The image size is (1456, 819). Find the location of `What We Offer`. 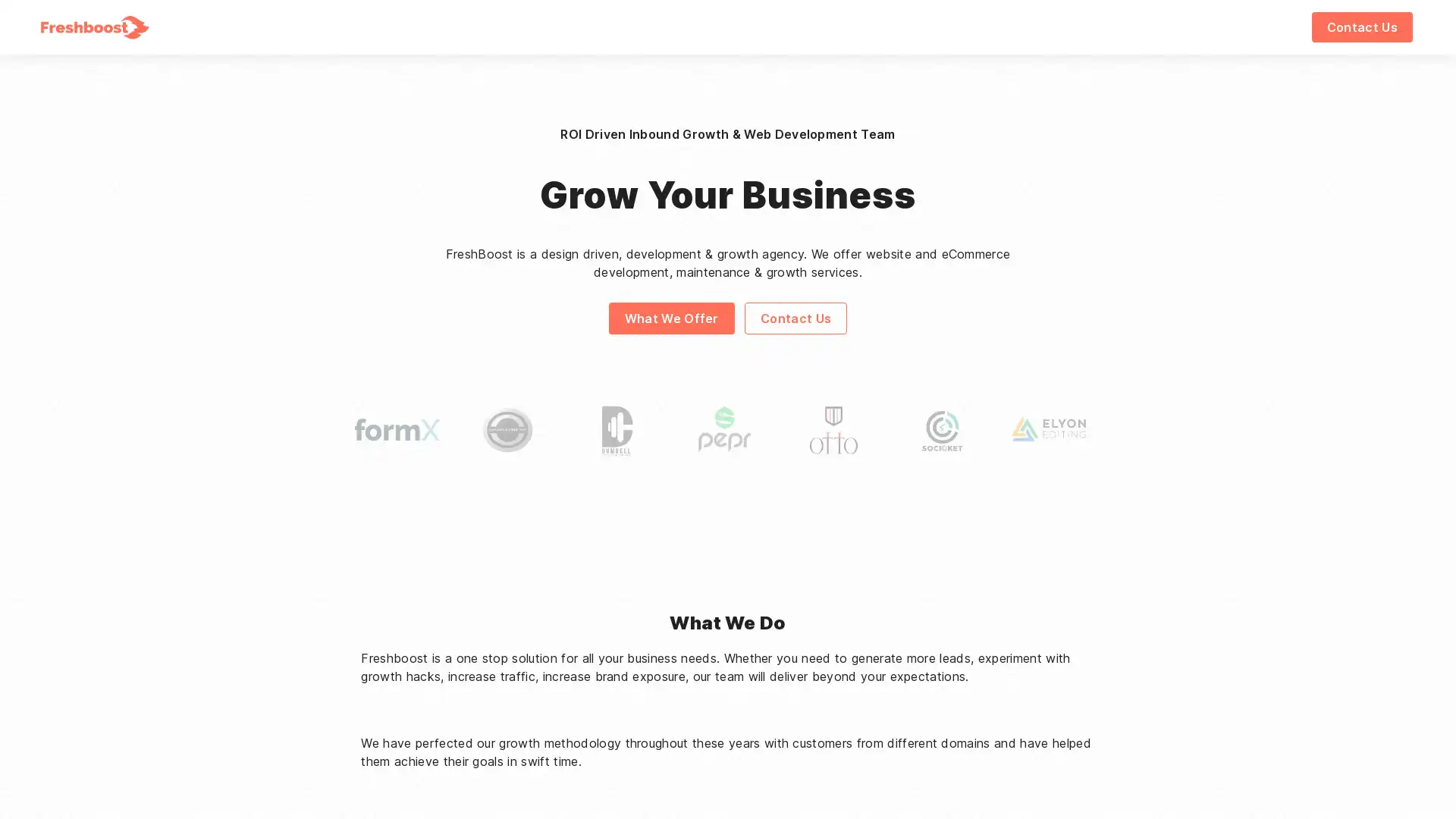

What We Offer is located at coordinates (670, 317).